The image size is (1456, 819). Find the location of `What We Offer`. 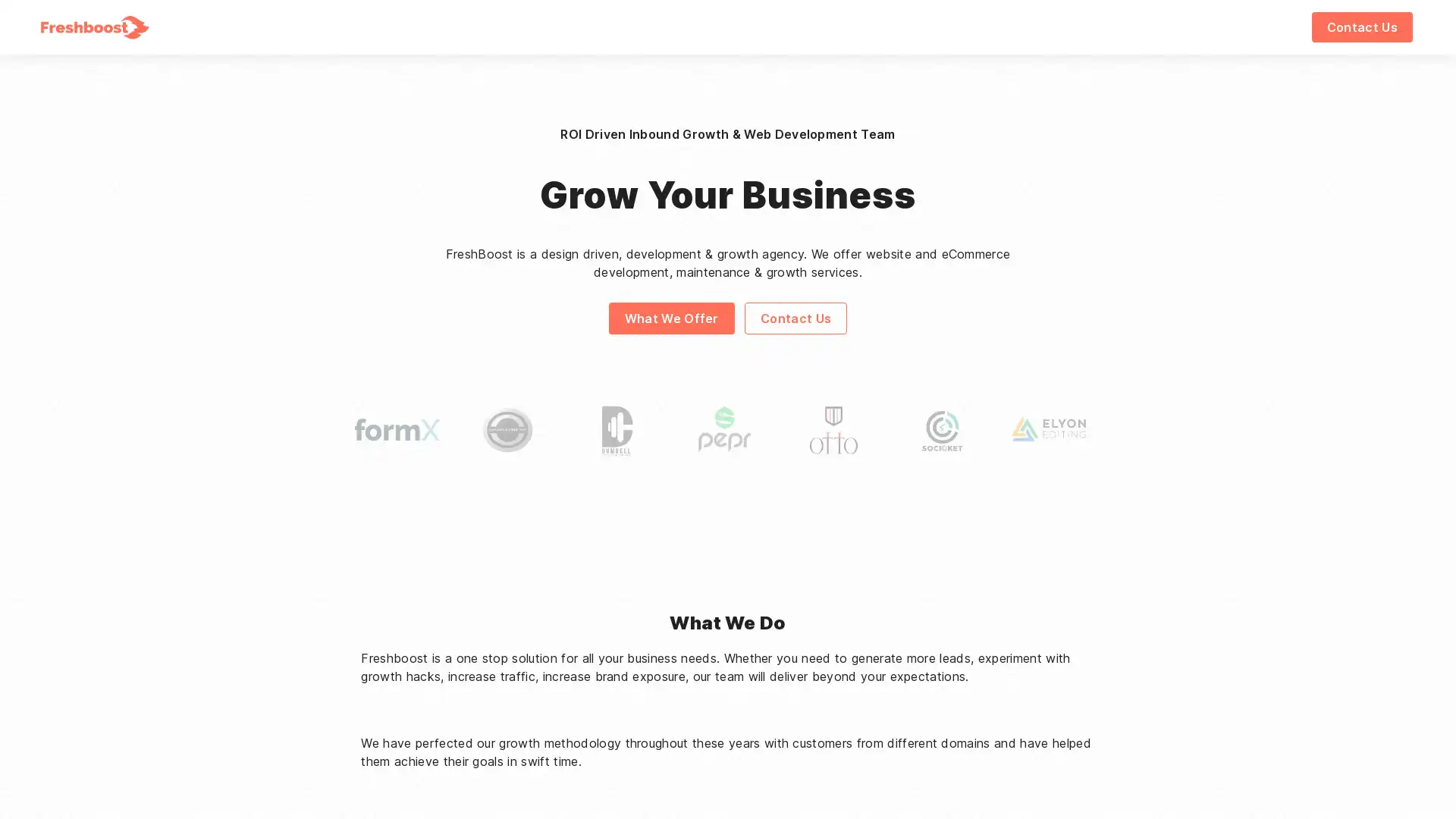

What We Offer is located at coordinates (670, 317).